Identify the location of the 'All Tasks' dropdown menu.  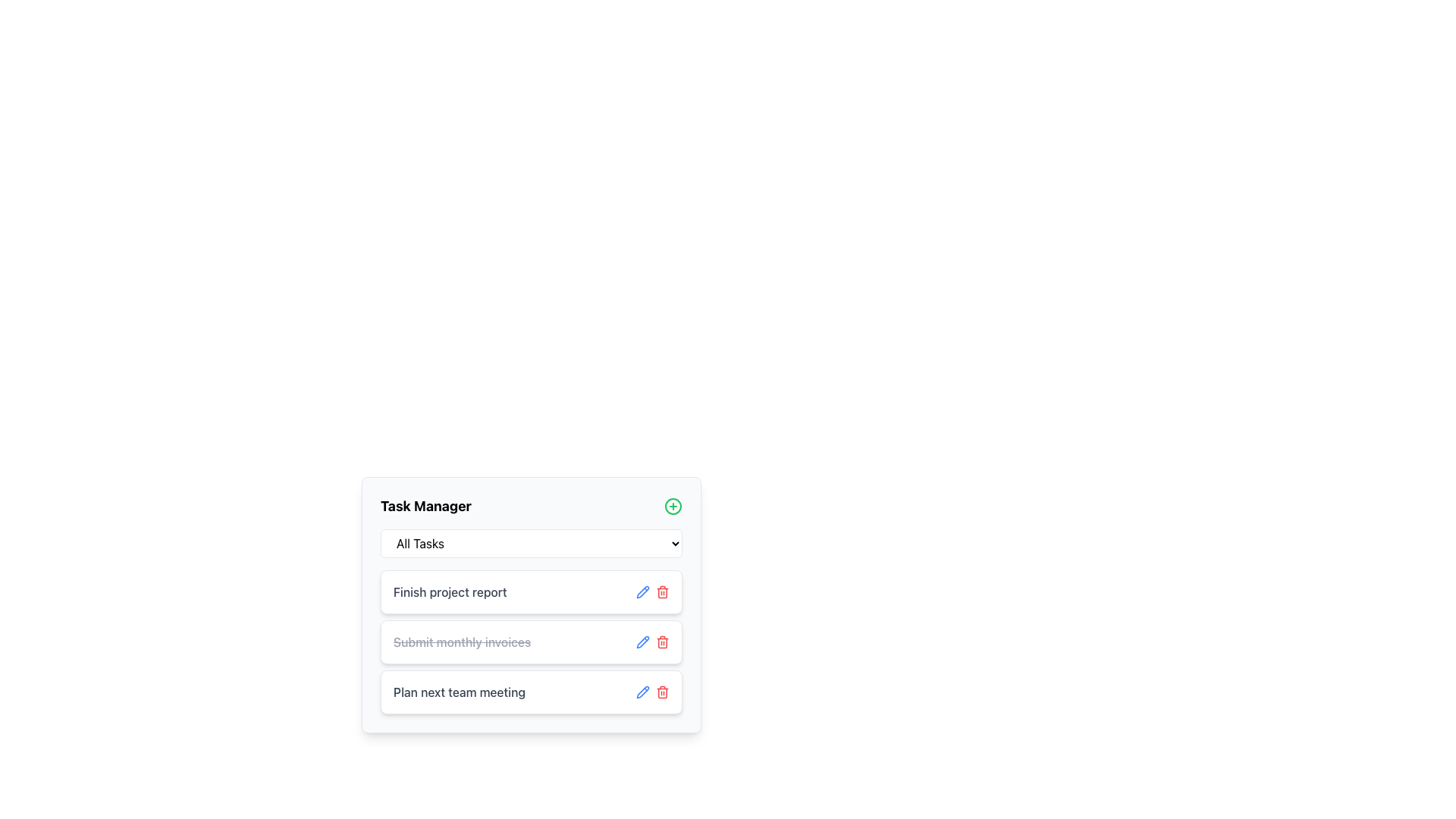
(531, 543).